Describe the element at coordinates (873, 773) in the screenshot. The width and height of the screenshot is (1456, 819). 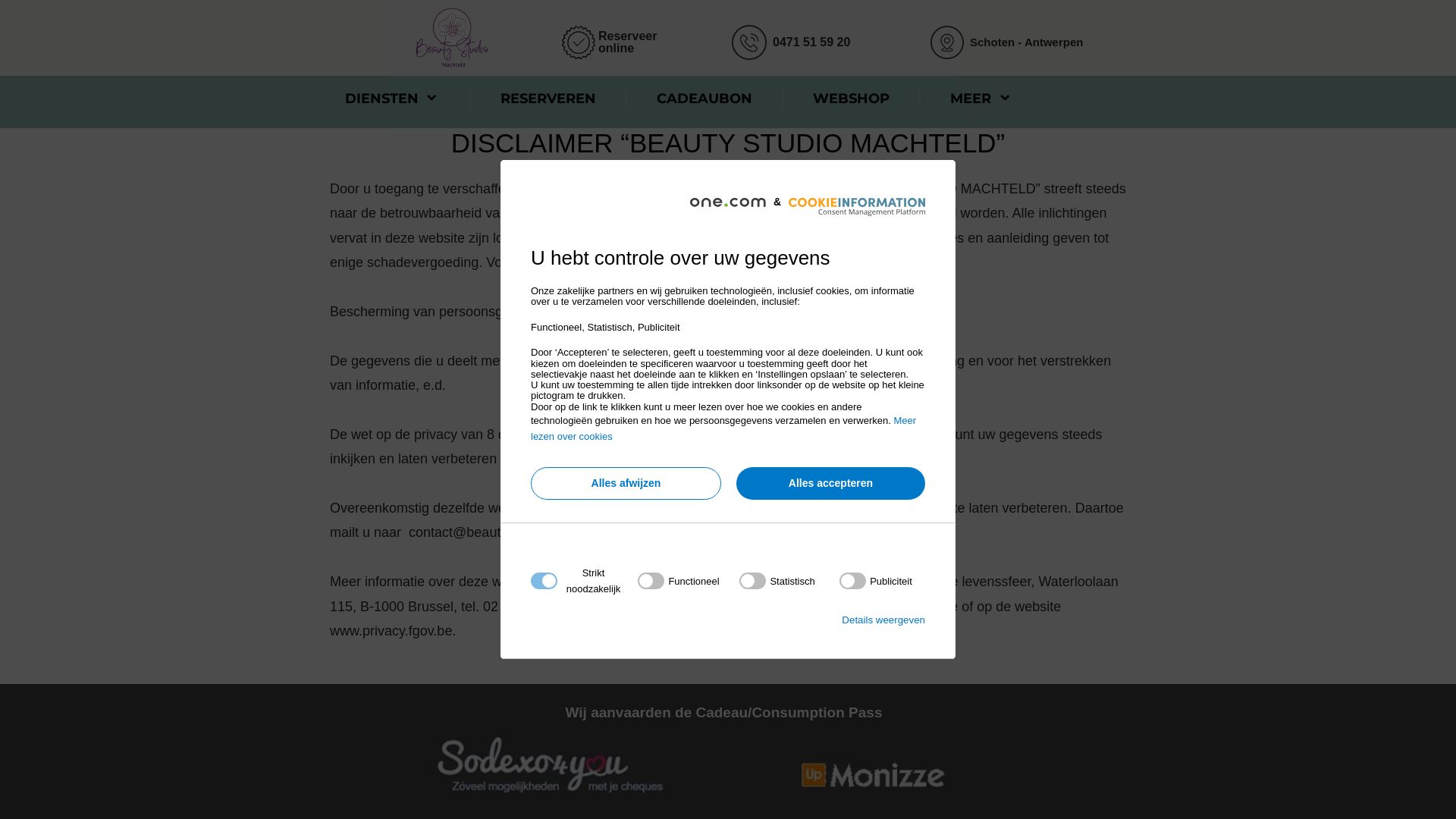
I see `'Cadeau Pass Monizze'` at that location.